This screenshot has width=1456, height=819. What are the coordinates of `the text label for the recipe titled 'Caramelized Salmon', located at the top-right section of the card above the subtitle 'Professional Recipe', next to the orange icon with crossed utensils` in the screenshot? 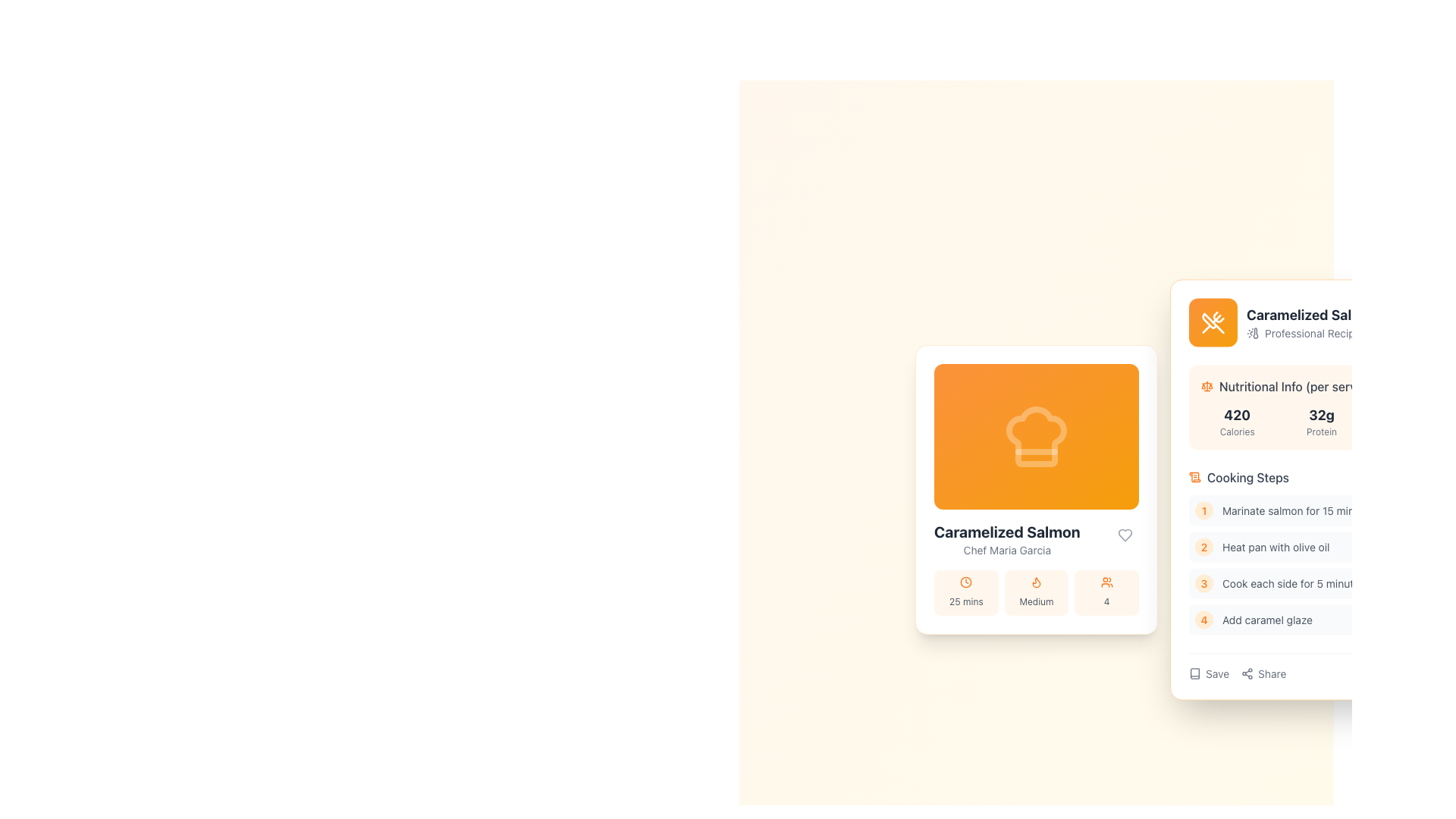 It's located at (1313, 314).